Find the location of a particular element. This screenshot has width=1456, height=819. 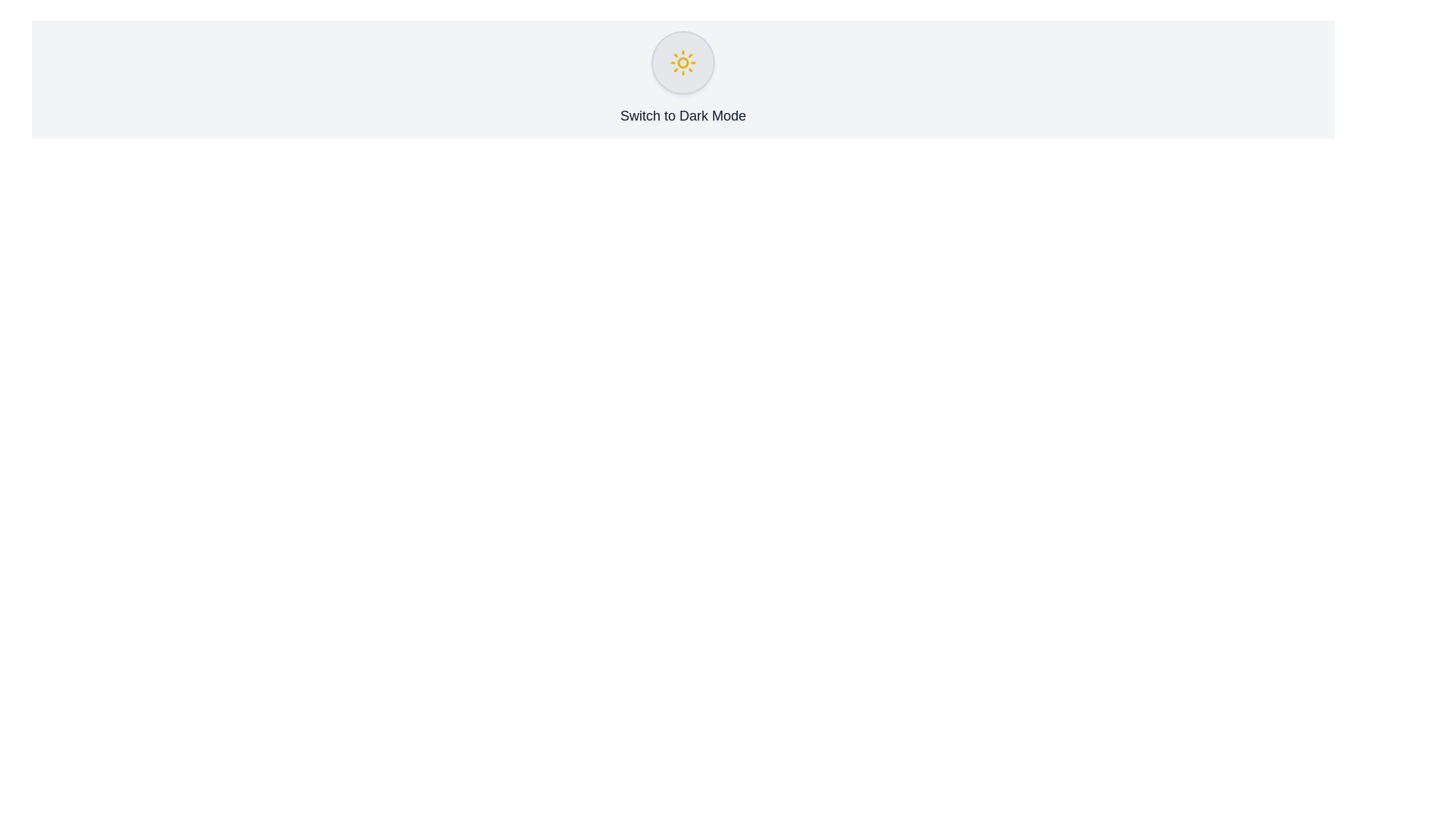

the yellow sun icon within the circular button at the top center of the interface, which is part of the 'Switch to Dark Mode' feature is located at coordinates (682, 62).